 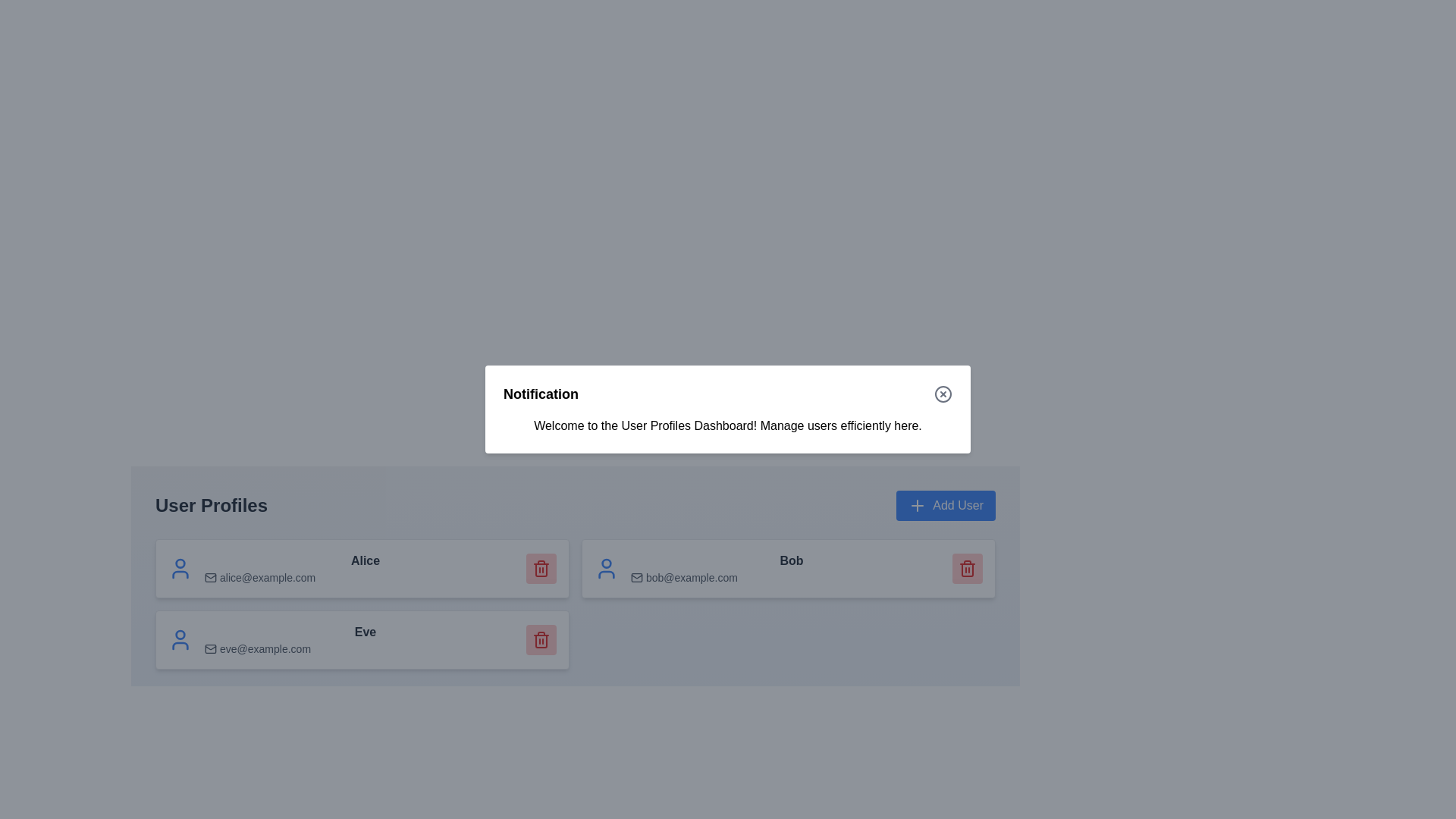 I want to click on the static text label displaying the user's name 'Alice', which is located on the leftmost user profile card in the 'User Profiles' section, above the email address 'alice@example.com', so click(x=365, y=561).